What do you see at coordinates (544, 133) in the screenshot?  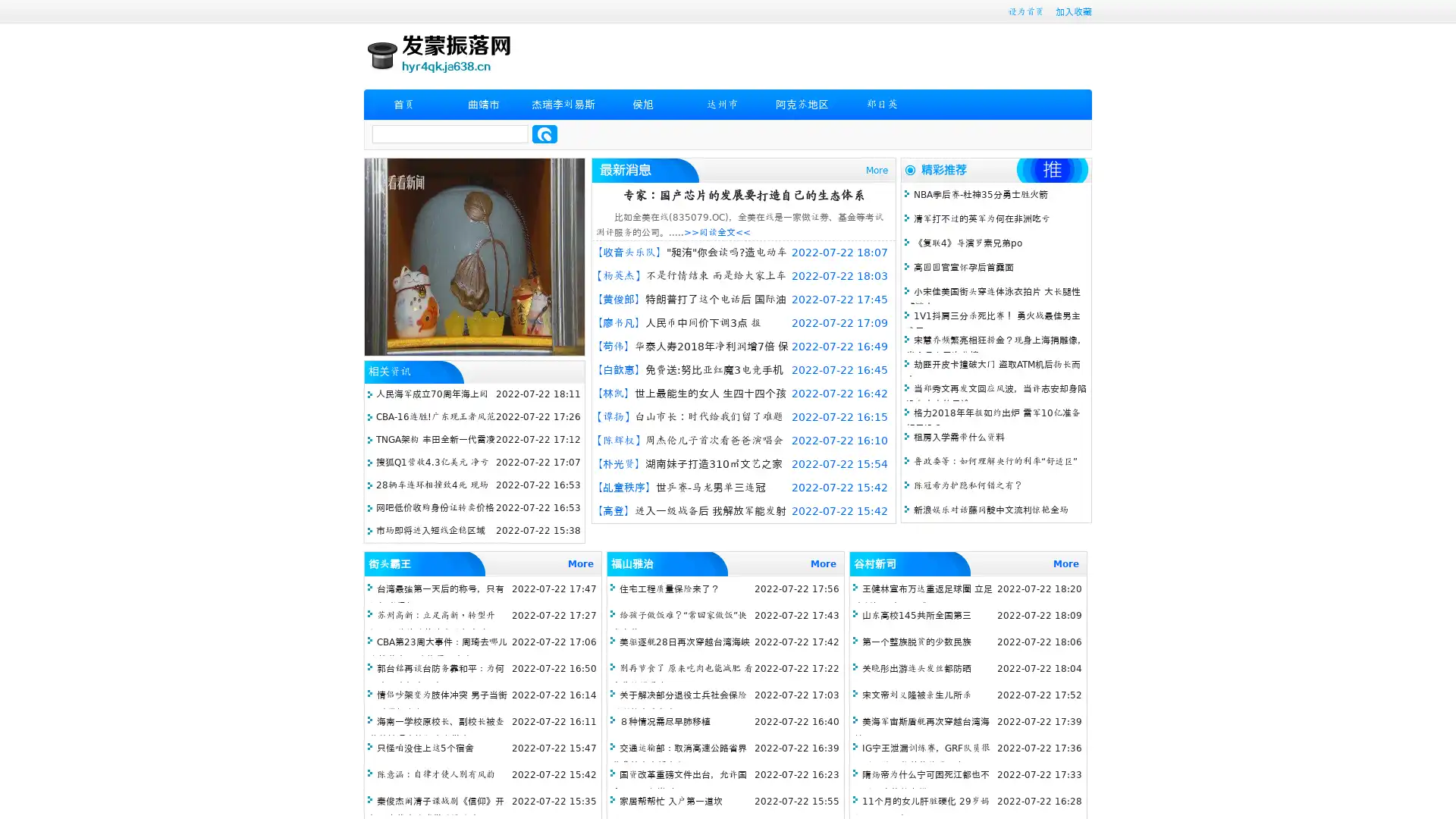 I see `Search` at bounding box center [544, 133].